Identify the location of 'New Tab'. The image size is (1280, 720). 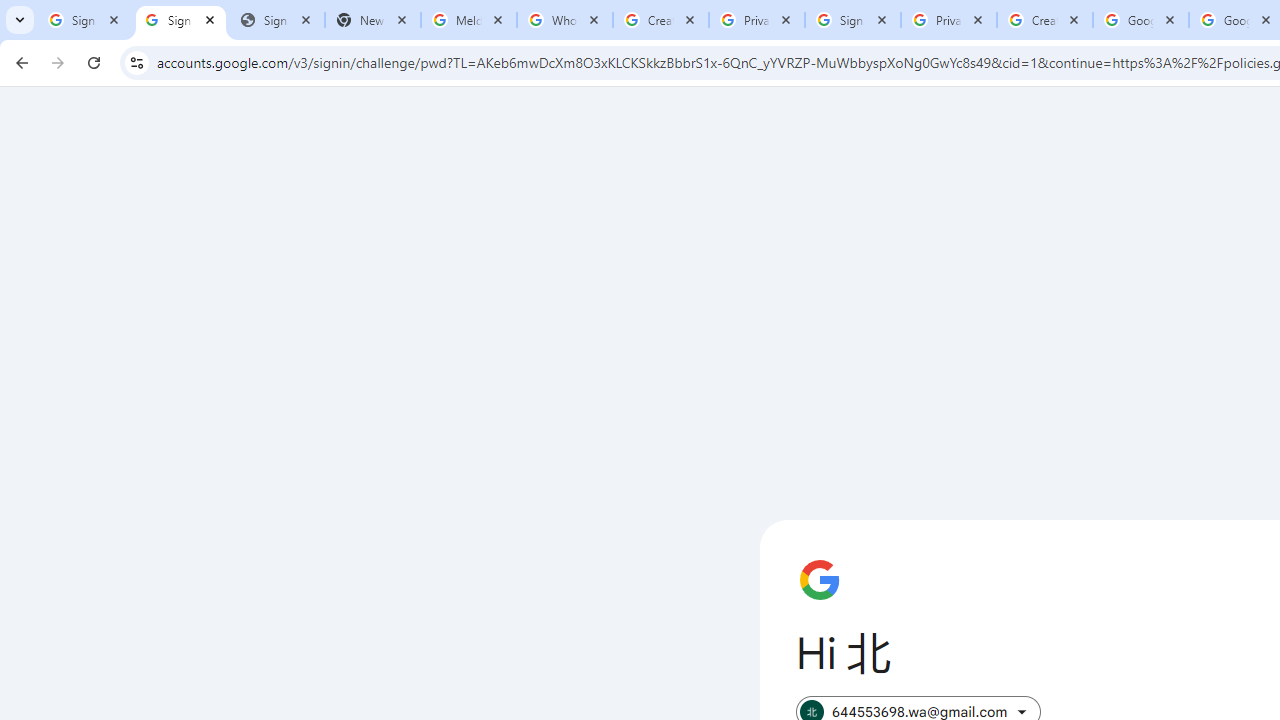
(373, 20).